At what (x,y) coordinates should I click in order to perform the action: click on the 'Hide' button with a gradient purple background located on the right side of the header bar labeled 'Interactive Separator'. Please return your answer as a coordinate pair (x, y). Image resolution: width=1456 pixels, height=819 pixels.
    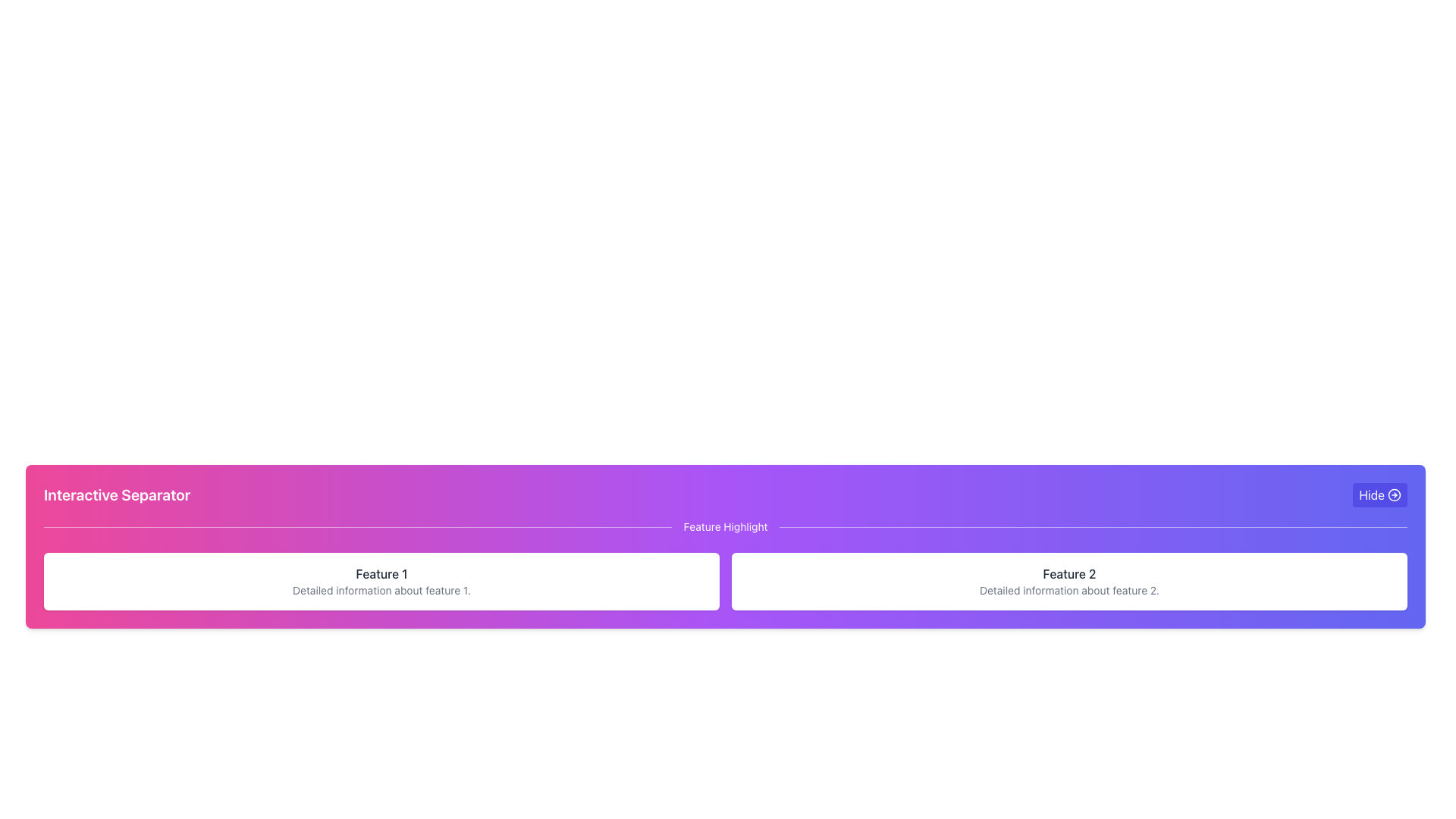
    Looking at the image, I should click on (1380, 494).